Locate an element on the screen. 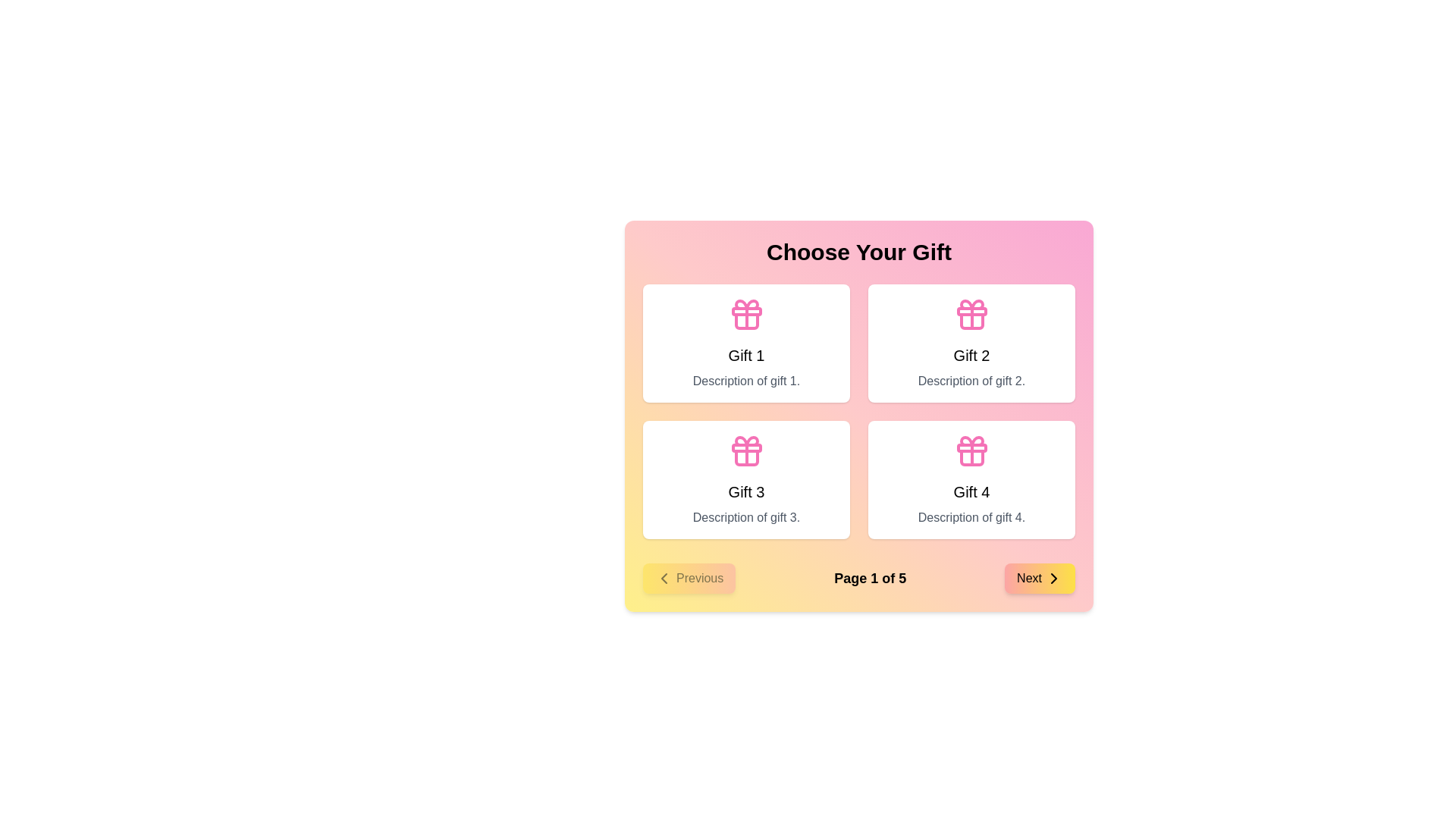 Image resolution: width=1456 pixels, height=819 pixels. the left-pointing arrow icon within the 'Previous' button located in the bottom-left corner of the interaction panel is located at coordinates (664, 579).